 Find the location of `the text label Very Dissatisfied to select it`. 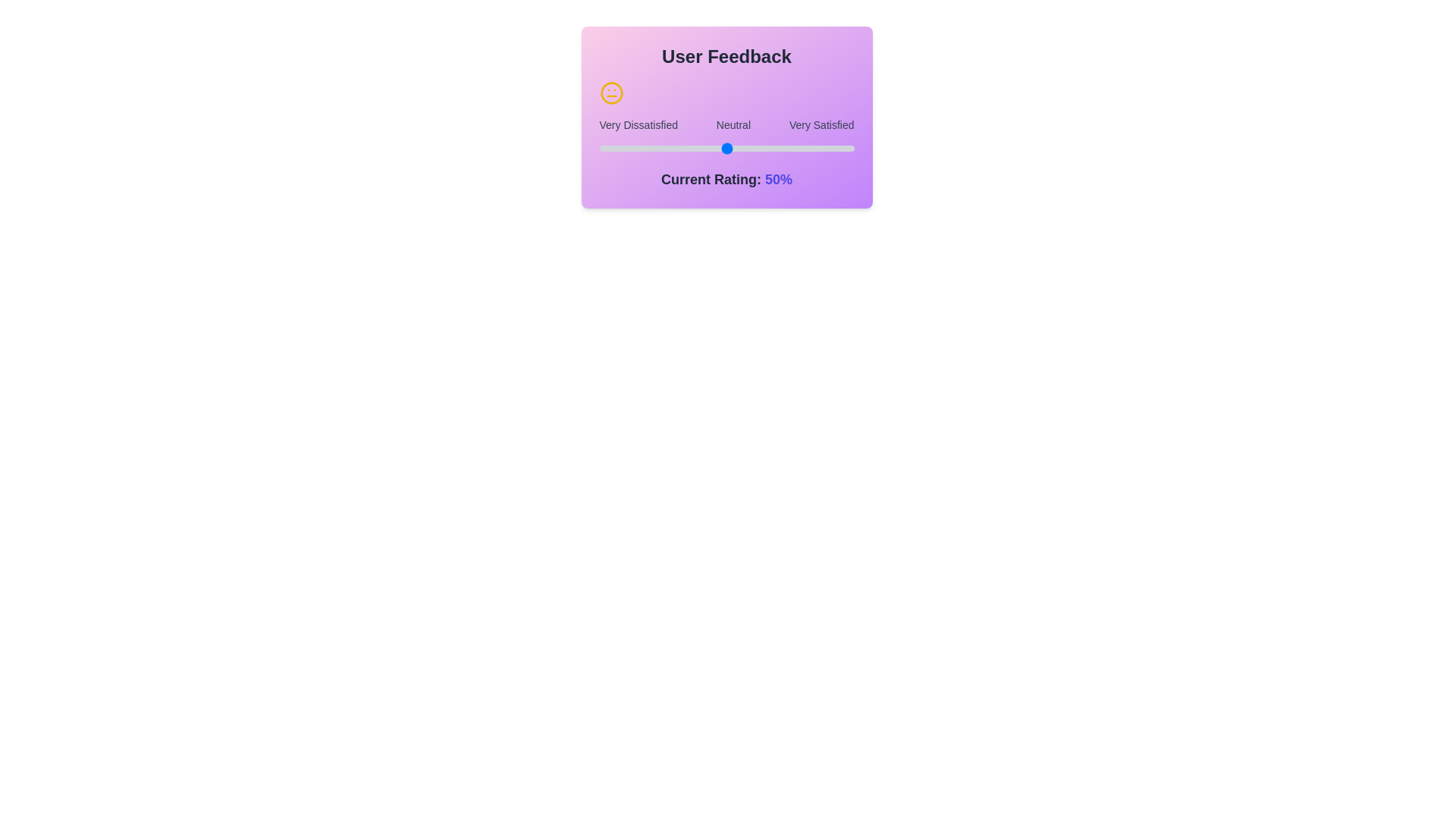

the text label Very Dissatisfied to select it is located at coordinates (638, 124).